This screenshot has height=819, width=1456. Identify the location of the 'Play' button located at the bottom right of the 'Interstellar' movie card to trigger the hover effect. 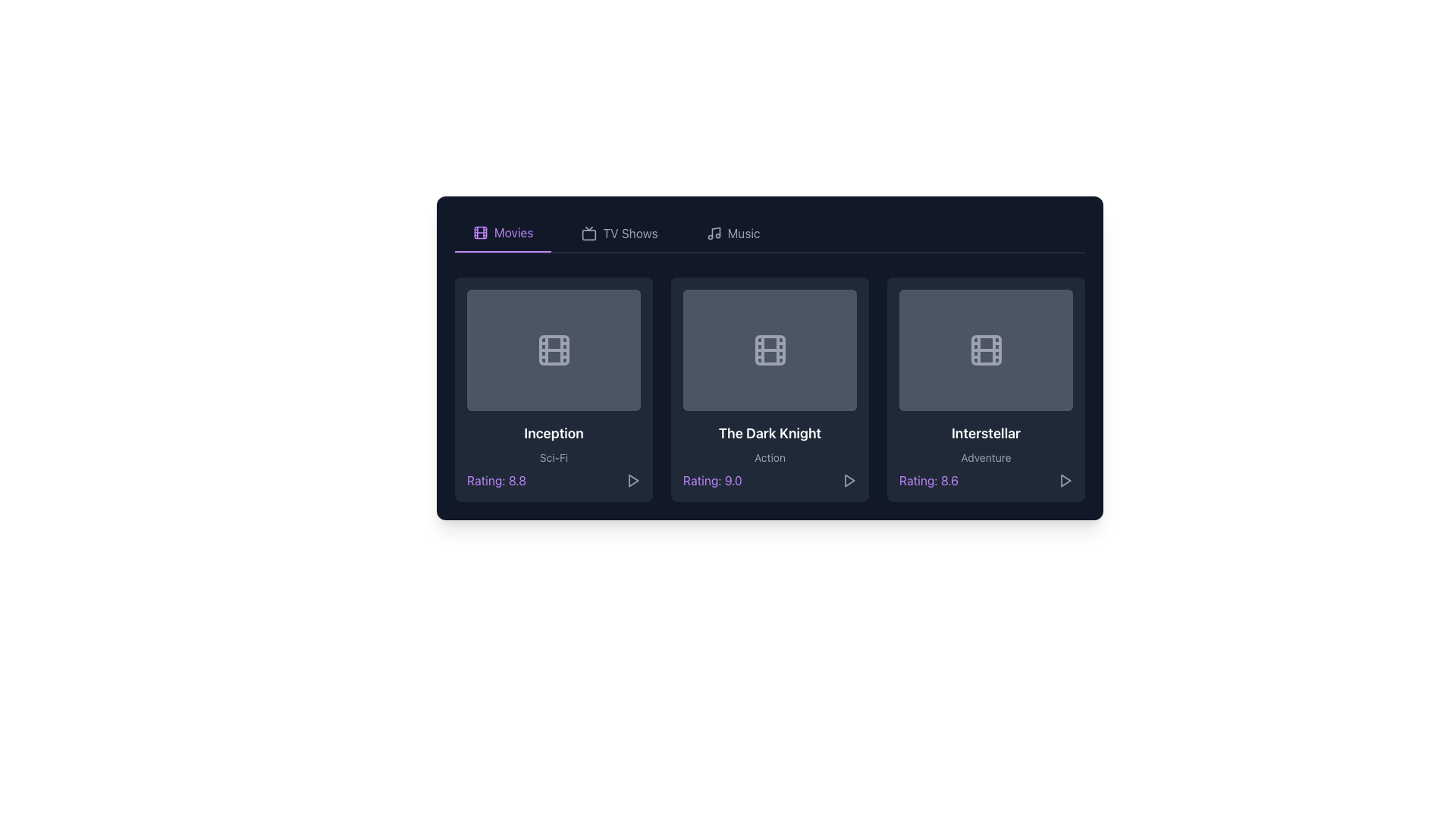
(1065, 480).